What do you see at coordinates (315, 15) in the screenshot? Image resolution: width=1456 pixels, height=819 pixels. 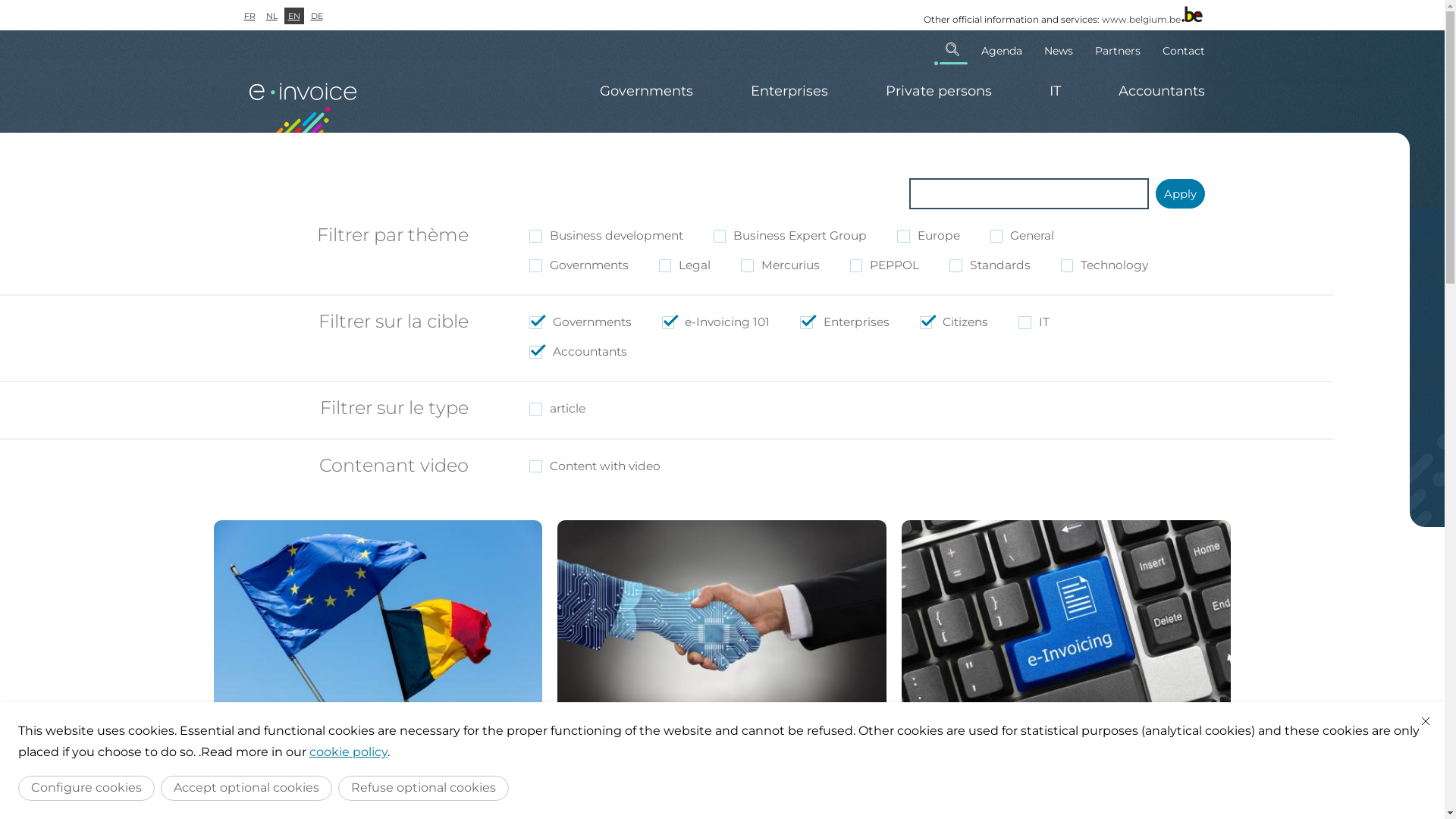 I see `'DE'` at bounding box center [315, 15].